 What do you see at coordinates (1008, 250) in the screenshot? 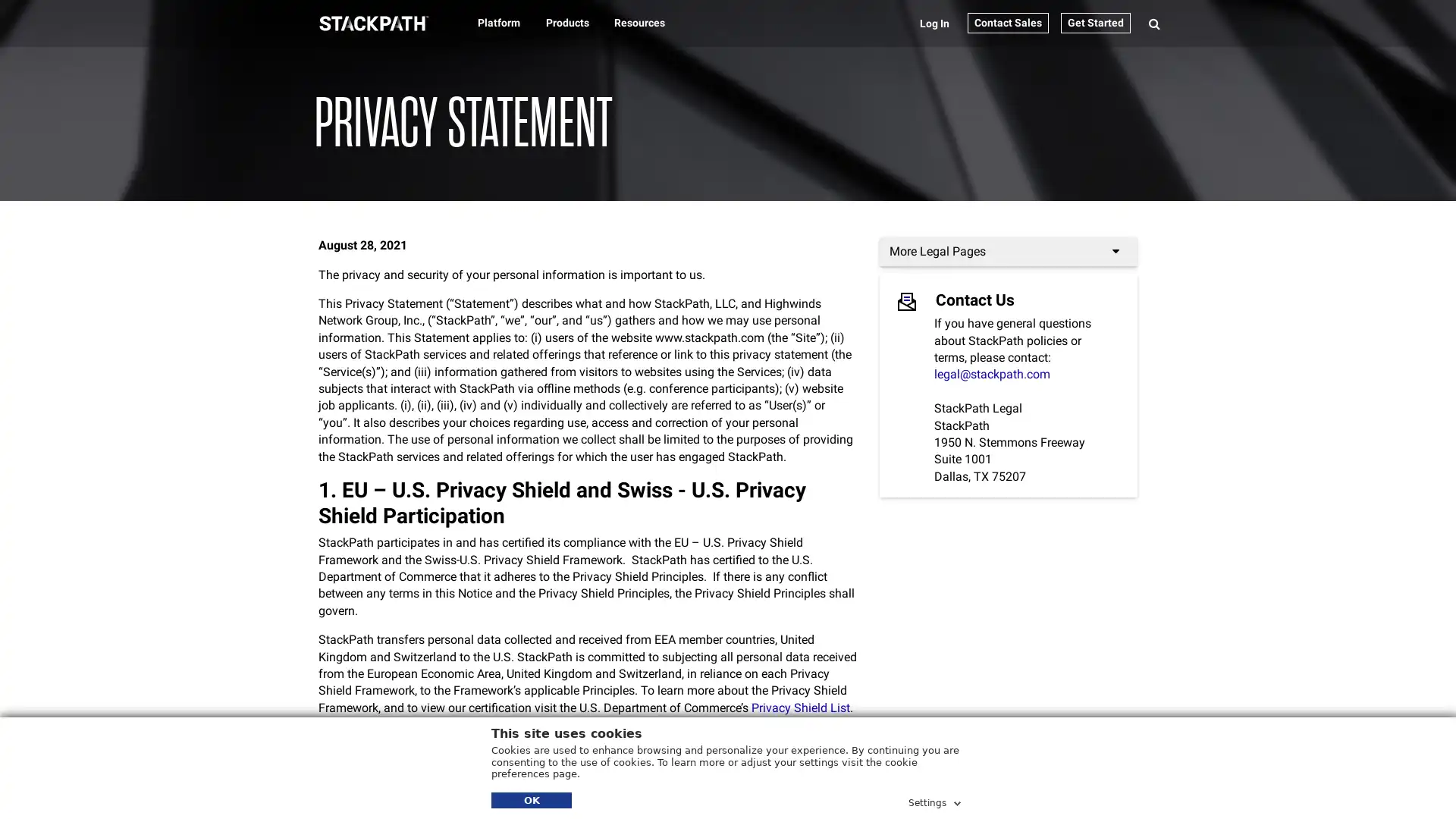
I see `More Legal Pages` at bounding box center [1008, 250].